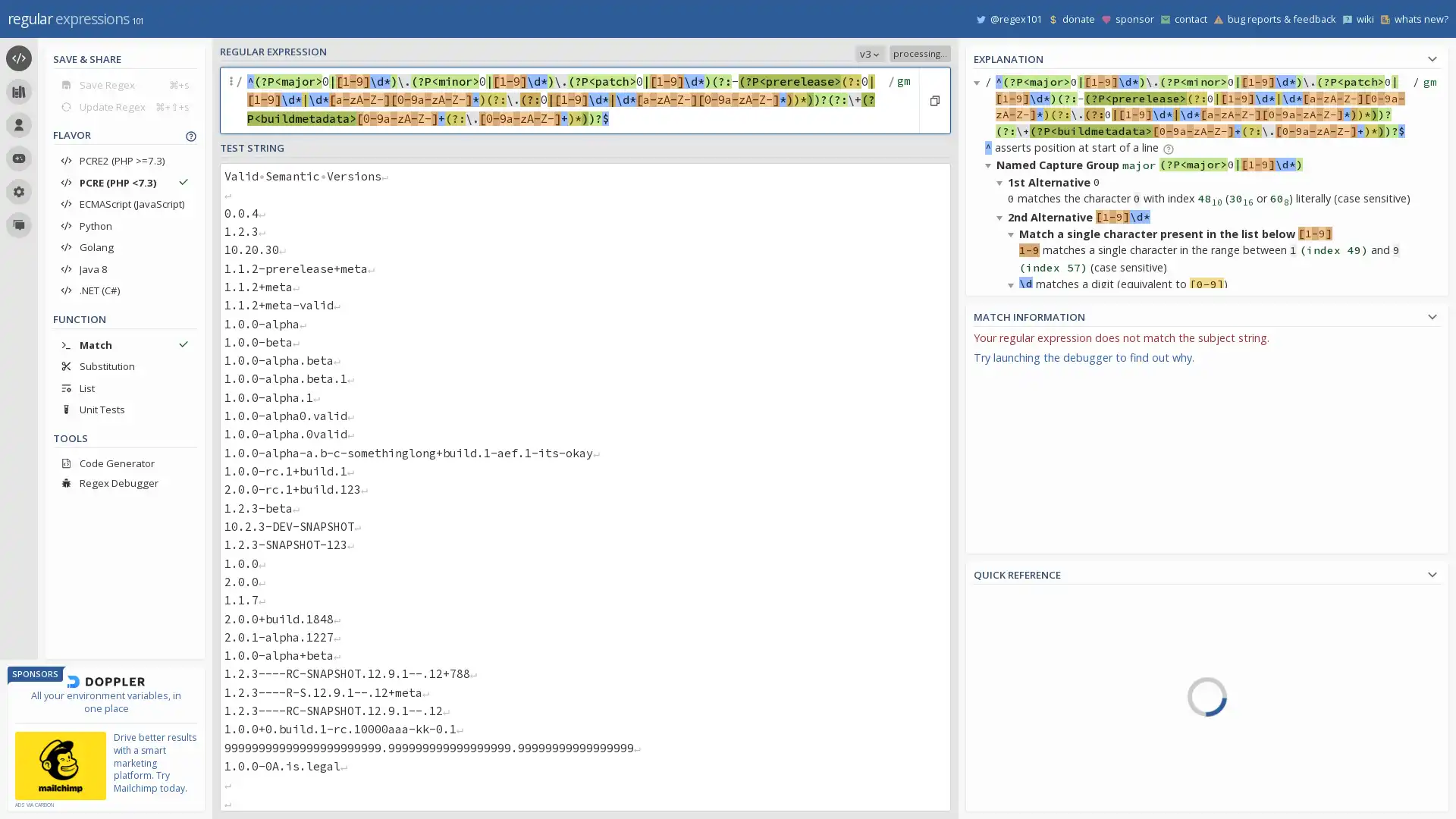 This screenshot has width=1456, height=819. What do you see at coordinates (1044, 672) in the screenshot?
I see `General Tokens` at bounding box center [1044, 672].